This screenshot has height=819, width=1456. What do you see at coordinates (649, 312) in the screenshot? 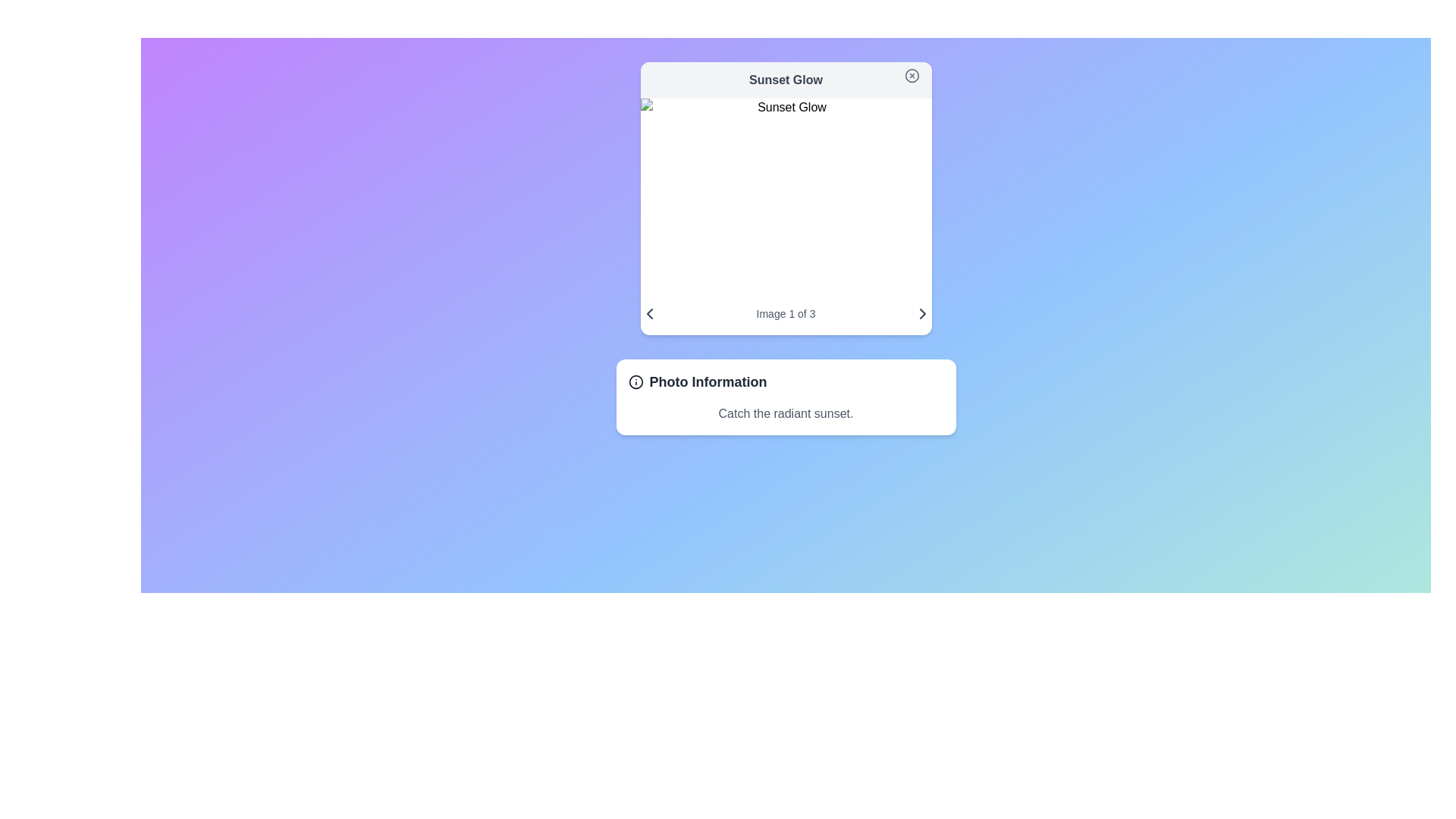
I see `the navigation arrow icon located on the left side of the horizontal navigation control group` at bounding box center [649, 312].